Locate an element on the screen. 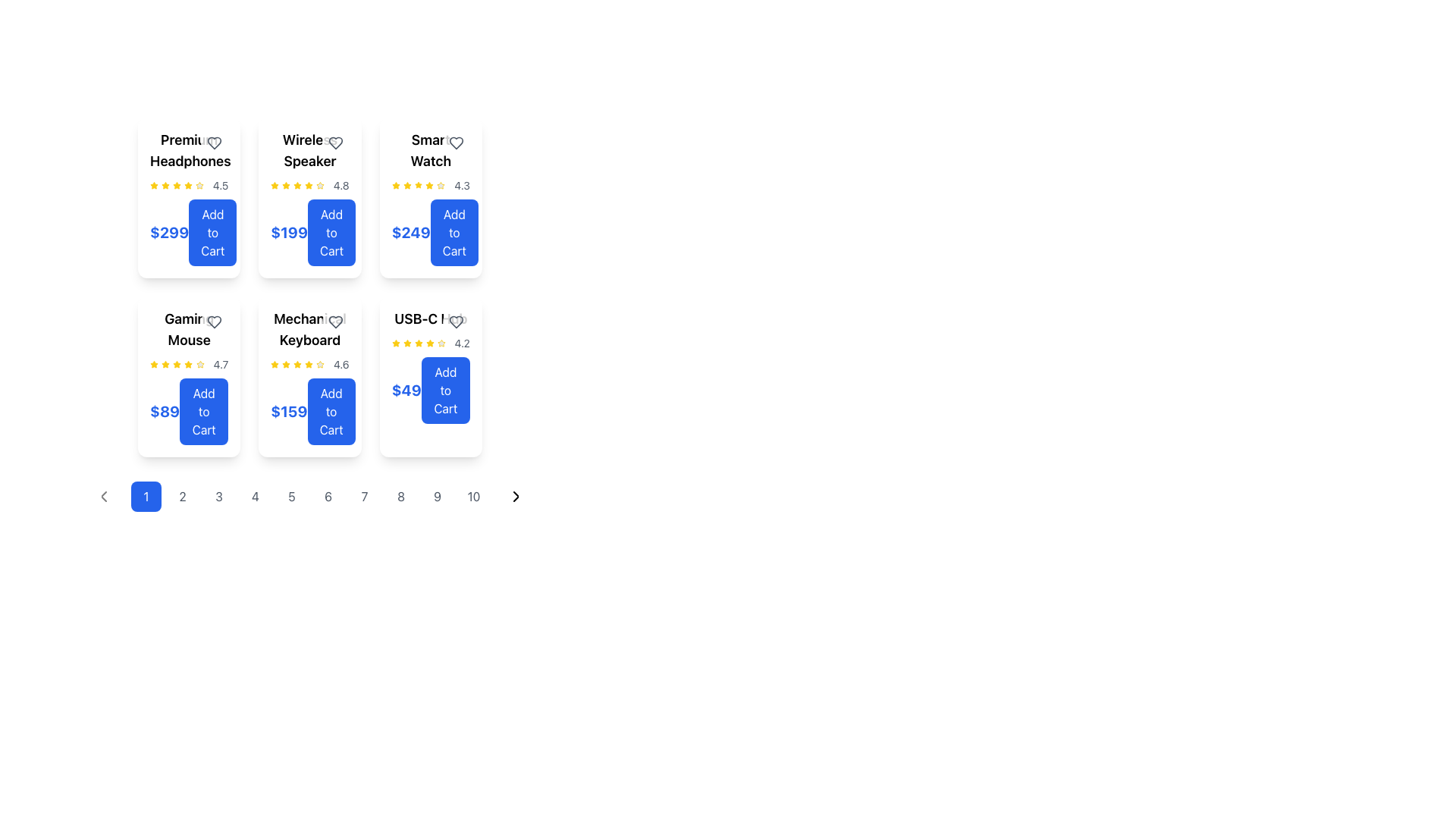 The width and height of the screenshot is (1456, 819). the Rating display with stars and numerical text for the 'Gaming Mouse' product, which is located below its title and above the price and 'Add to Cart' button is located at coordinates (188, 365).